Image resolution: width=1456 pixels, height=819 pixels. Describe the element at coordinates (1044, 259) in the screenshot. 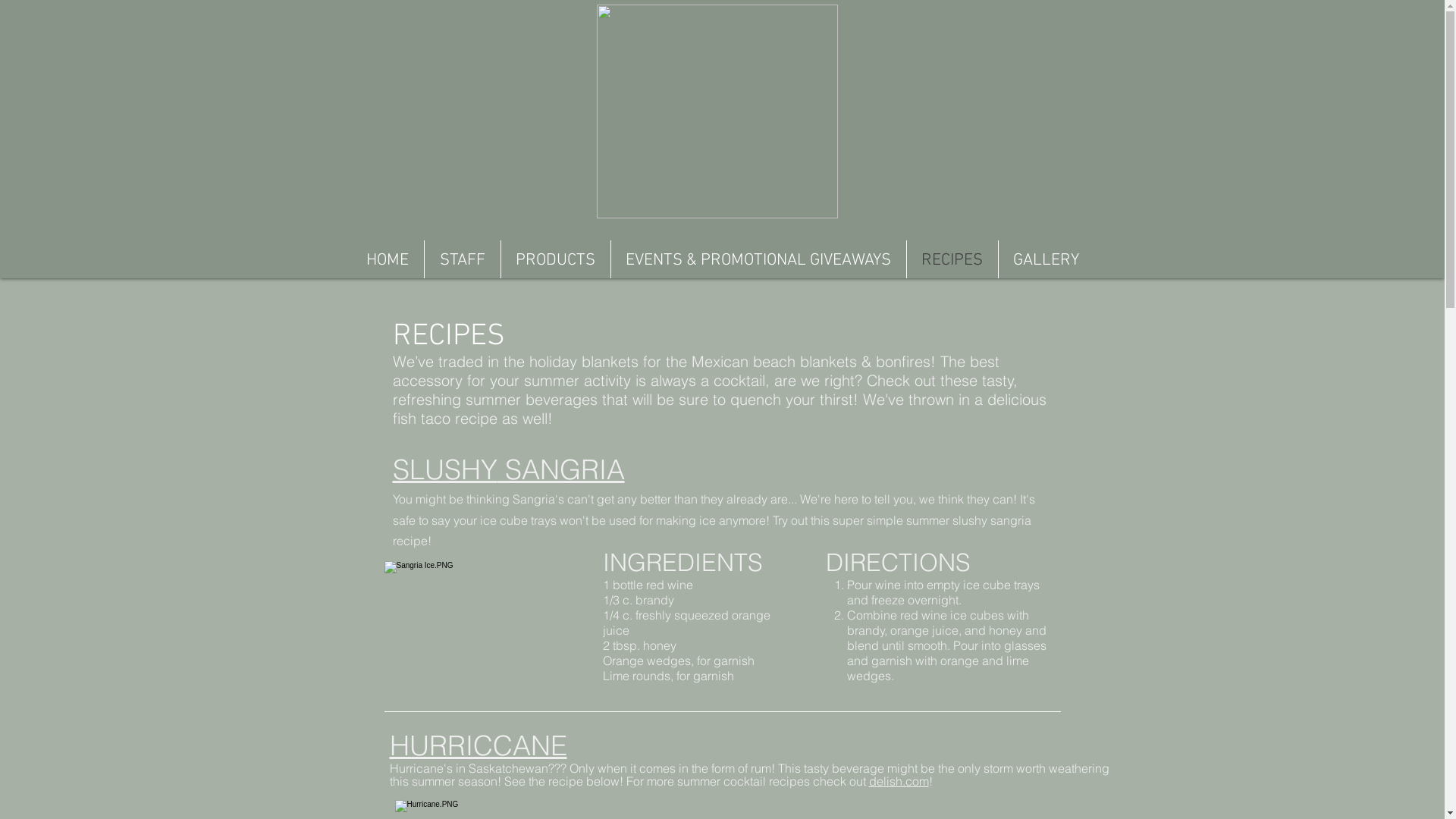

I see `'GALLERY'` at that location.